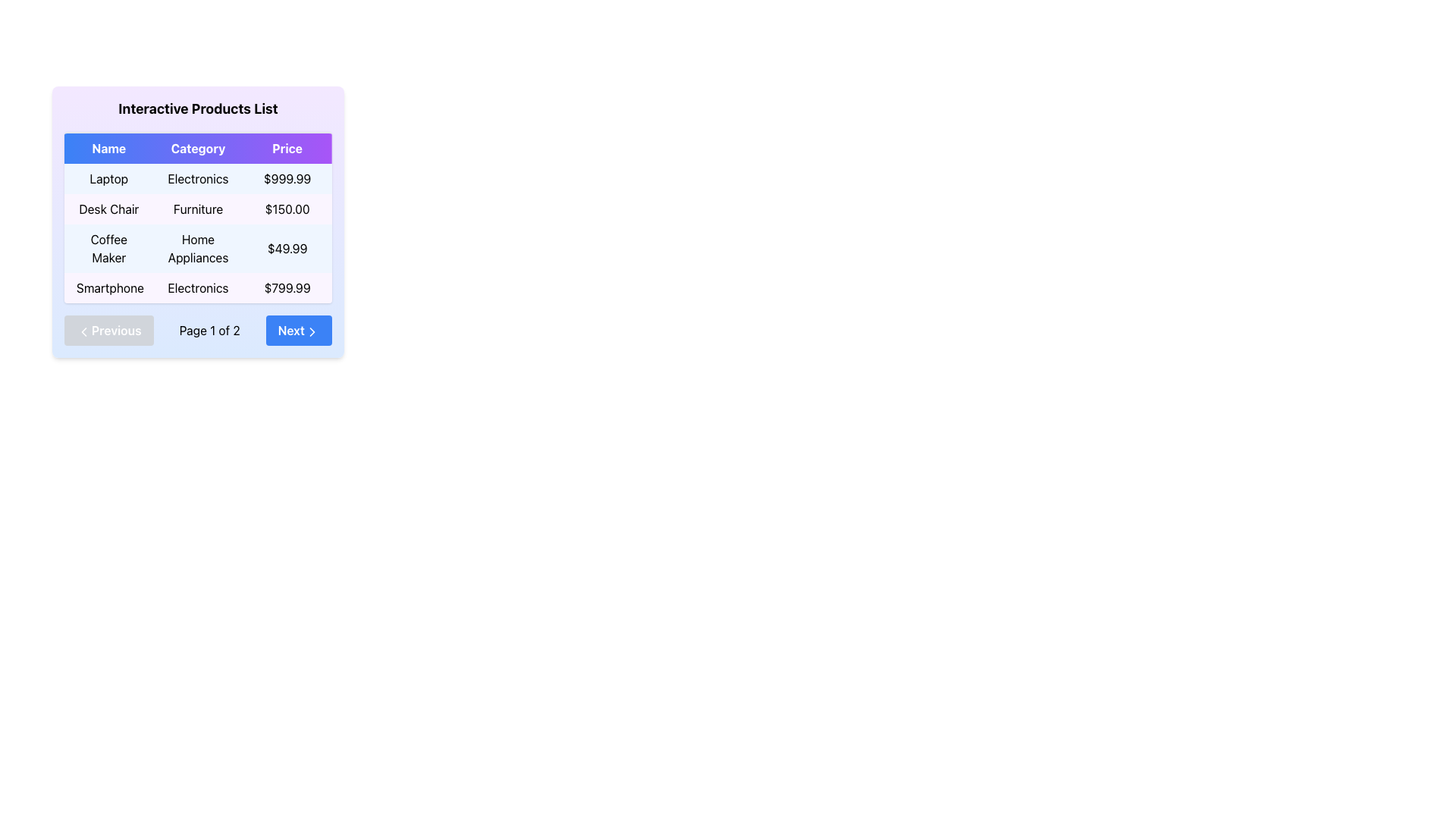 The height and width of the screenshot is (819, 1456). Describe the element at coordinates (287, 288) in the screenshot. I see `the price display of the 'Smartphone' in the 'Interactive Products List', located in the fourth row of the table under the 'Price' column` at that location.